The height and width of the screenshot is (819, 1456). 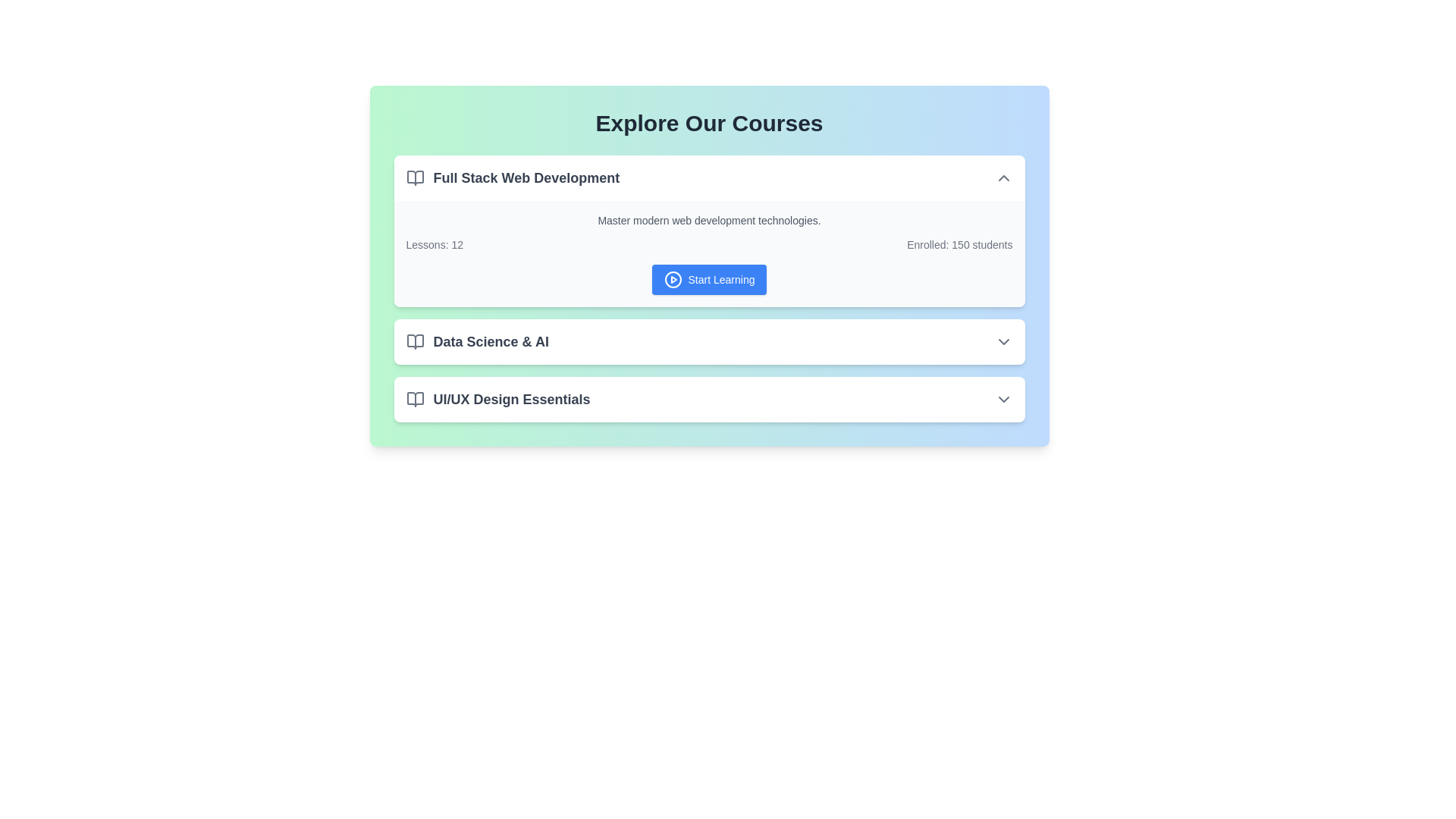 I want to click on the open book icon located near the left edge of the 'Full Stack Web Development' section, adjacent to the title text, so click(x=415, y=177).